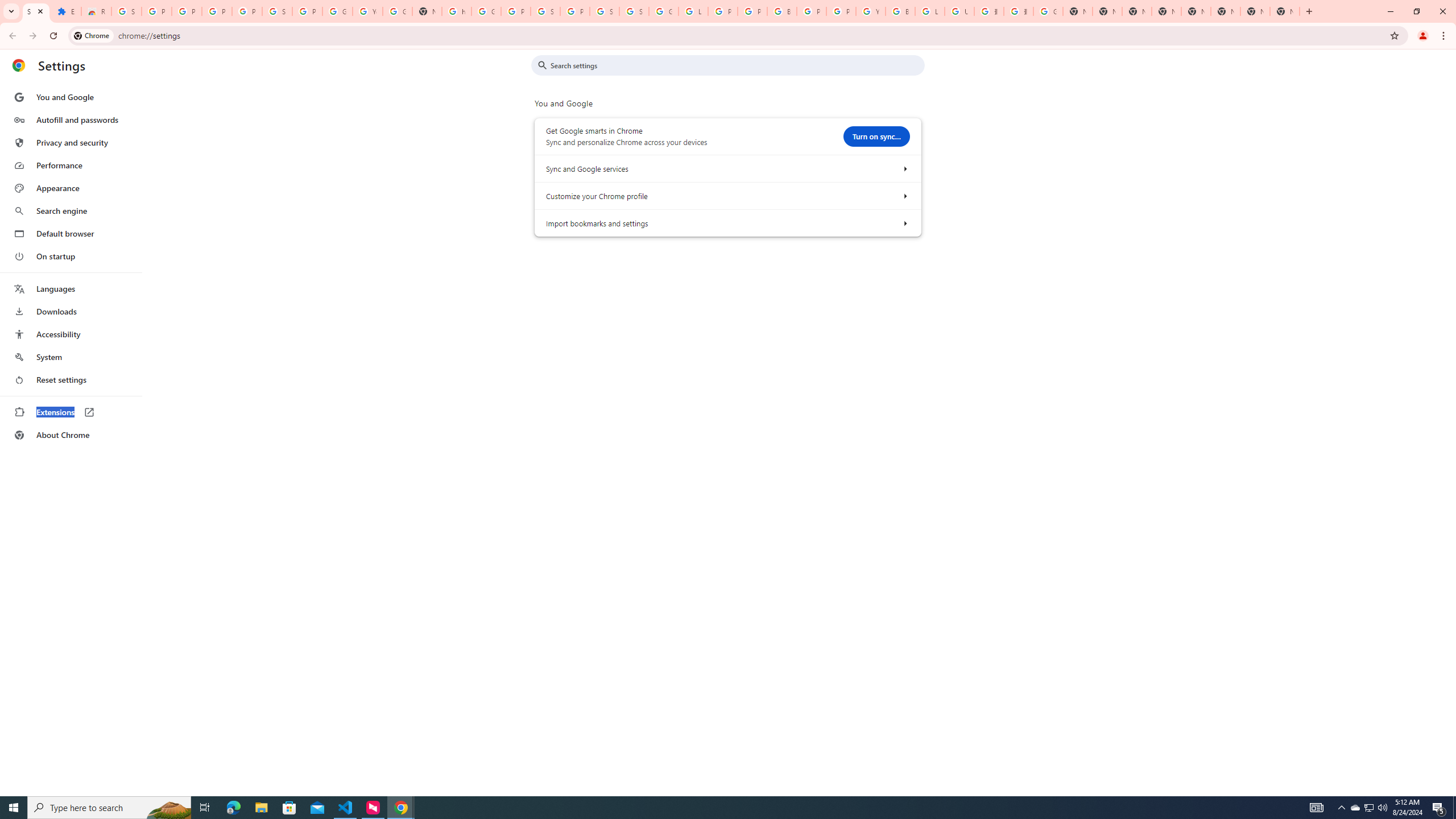 Image resolution: width=1456 pixels, height=819 pixels. Describe the element at coordinates (337, 11) in the screenshot. I see `'Google Account'` at that location.